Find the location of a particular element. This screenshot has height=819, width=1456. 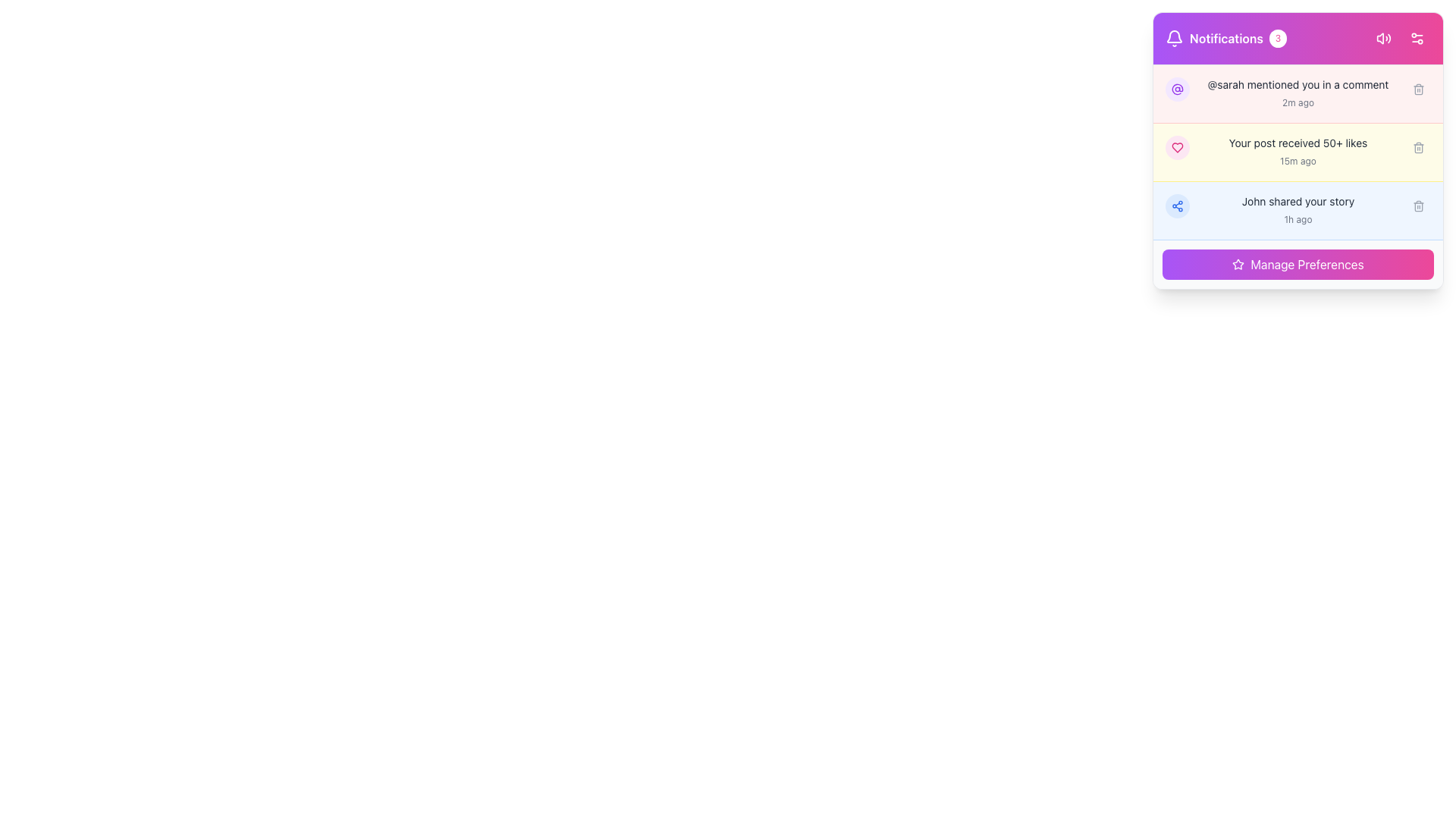

the text label that displays notification content about mentions in comments, located in the first notification entry under the 'Notifications' section is located at coordinates (1298, 84).